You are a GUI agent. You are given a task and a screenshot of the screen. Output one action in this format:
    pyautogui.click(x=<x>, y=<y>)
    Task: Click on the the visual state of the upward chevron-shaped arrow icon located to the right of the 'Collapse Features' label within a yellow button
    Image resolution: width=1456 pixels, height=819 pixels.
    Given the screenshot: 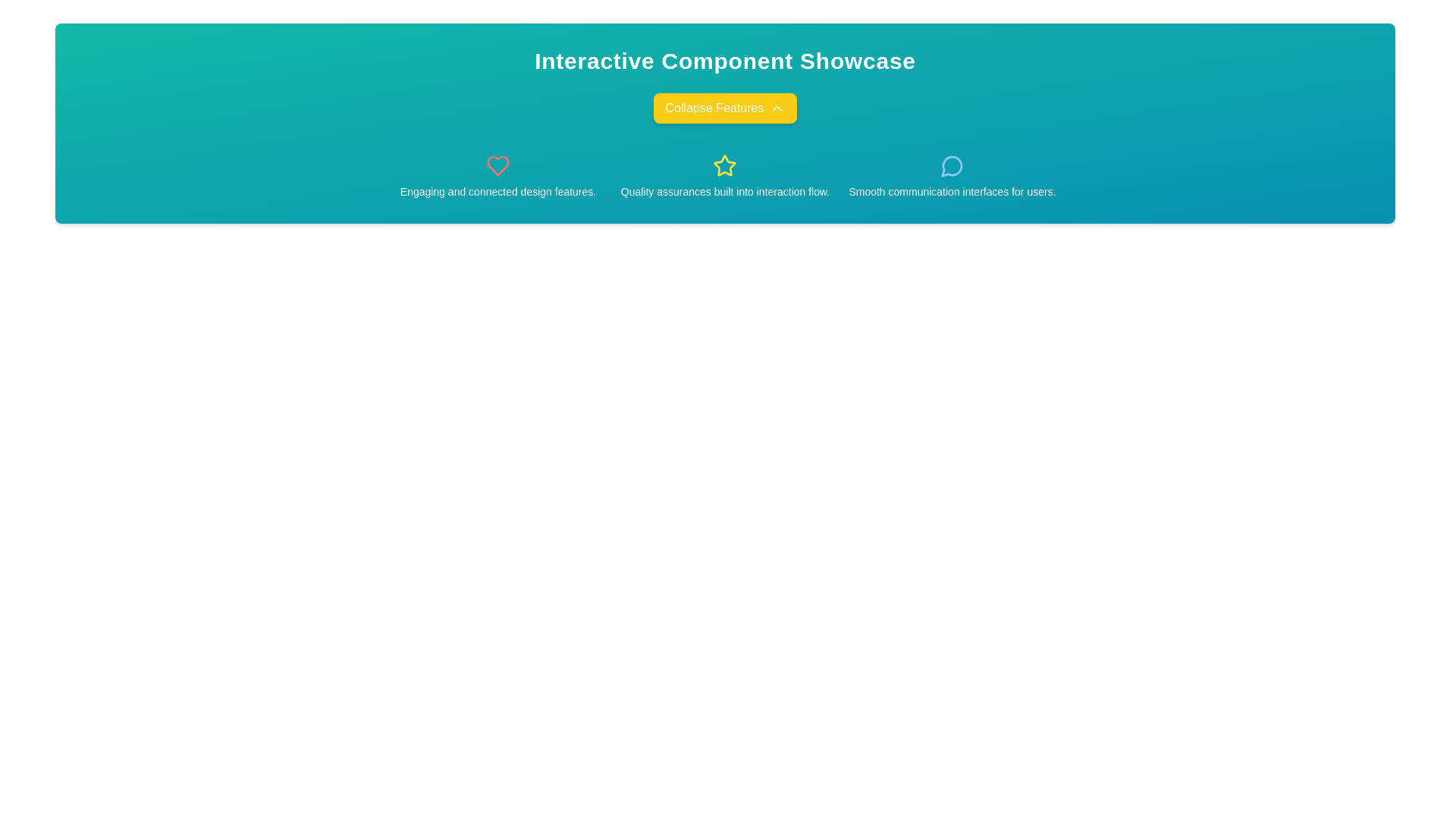 What is the action you would take?
    pyautogui.click(x=777, y=107)
    